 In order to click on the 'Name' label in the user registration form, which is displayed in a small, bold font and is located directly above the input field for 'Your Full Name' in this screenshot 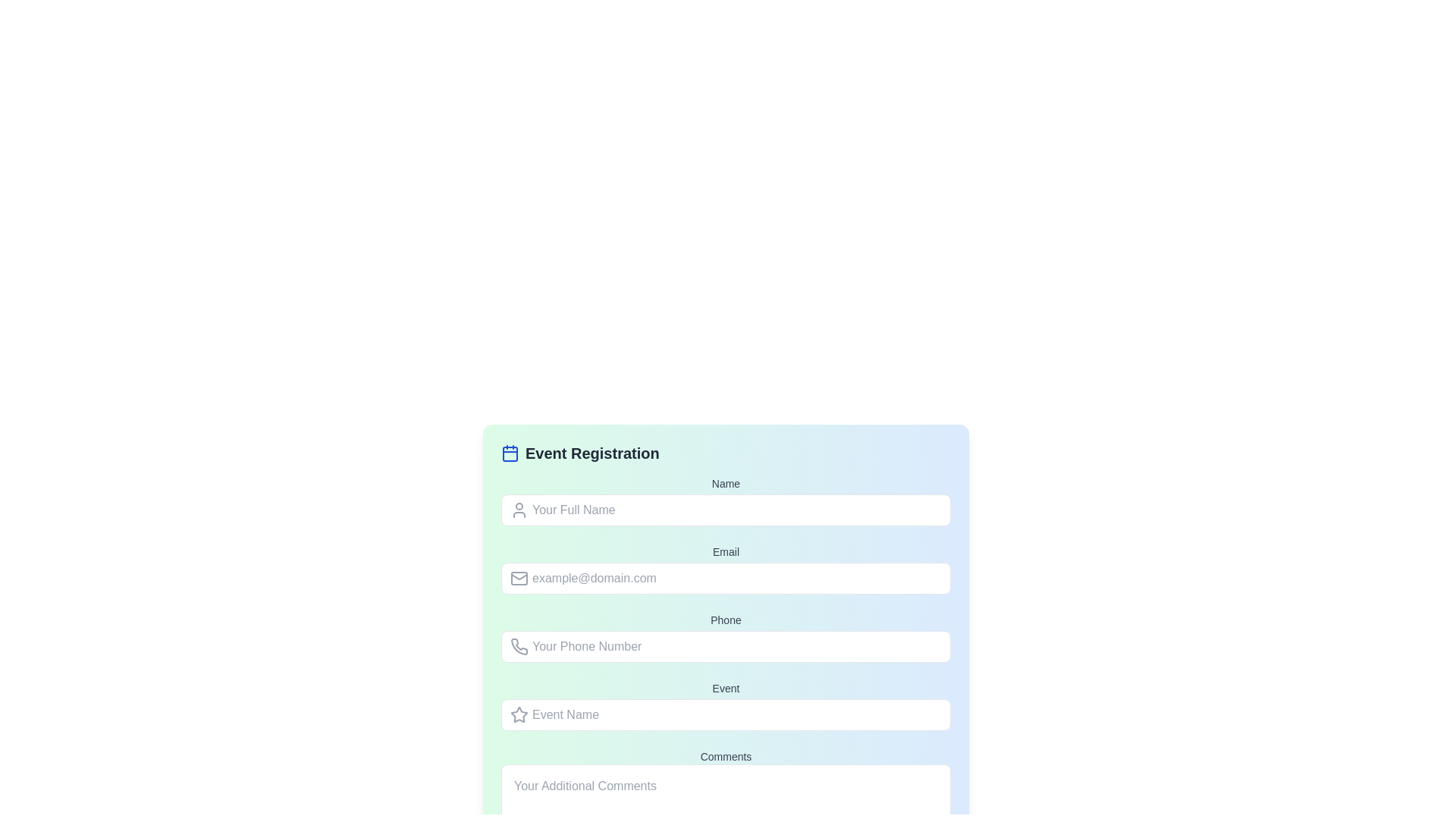, I will do `click(725, 483)`.